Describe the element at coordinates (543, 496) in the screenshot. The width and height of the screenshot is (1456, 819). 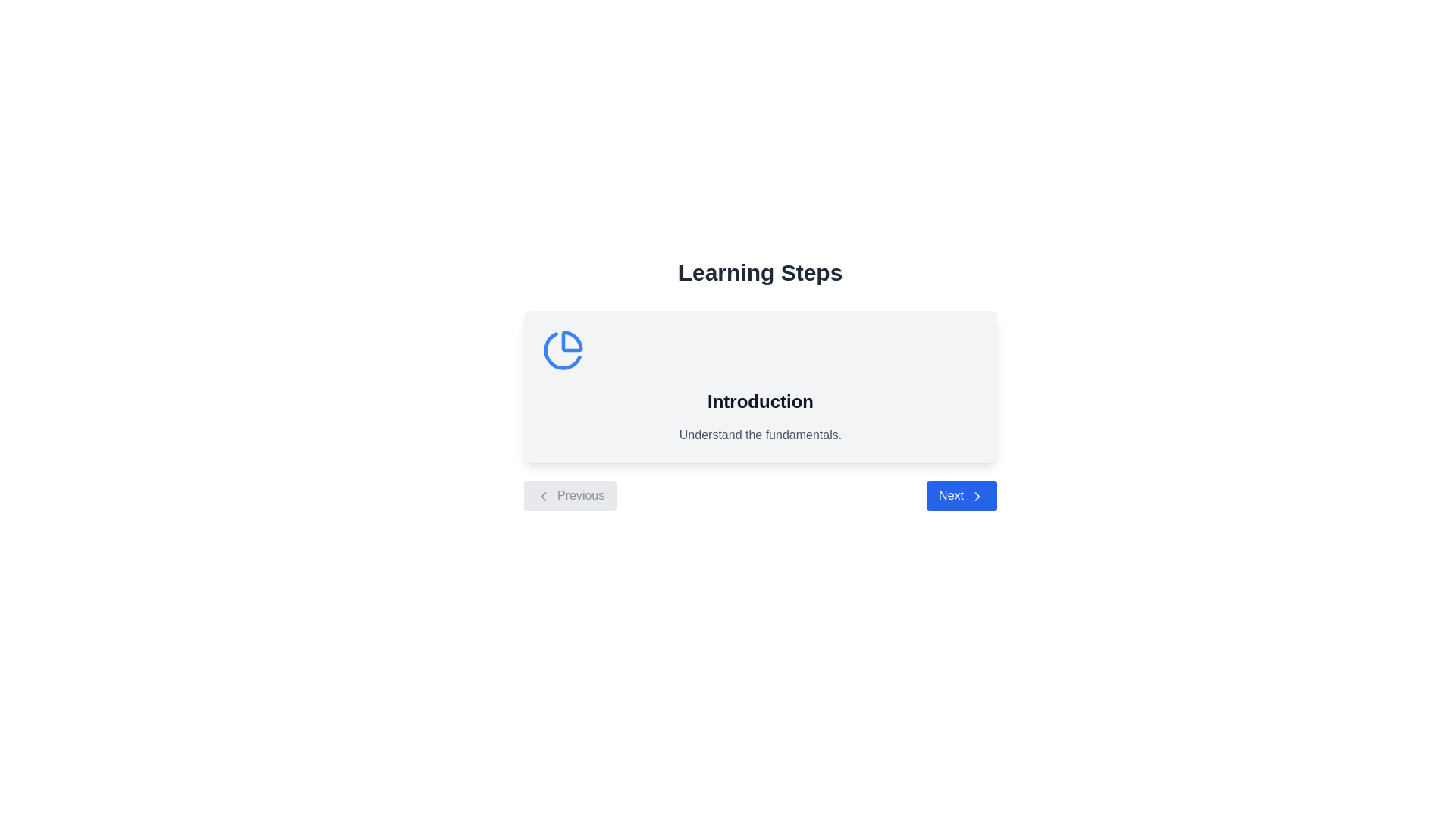
I see `the left-pointing chevron icon which serves as a visual indicator for backward navigation, located near the 'Previous' button in the bottom-left corner of the navigation bar` at that location.